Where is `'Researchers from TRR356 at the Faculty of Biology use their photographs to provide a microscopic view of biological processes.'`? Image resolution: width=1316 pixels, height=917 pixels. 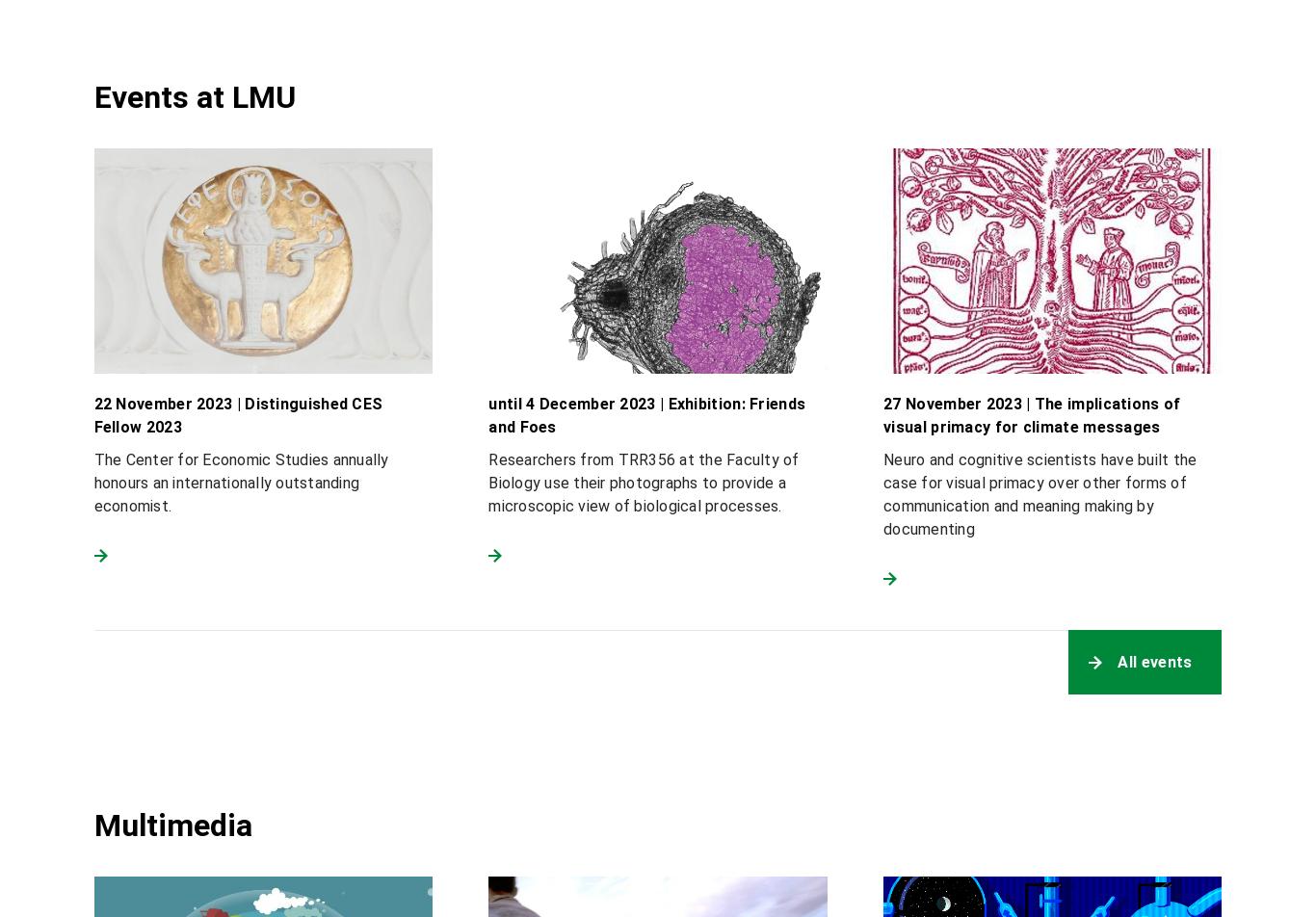 'Researchers from TRR356 at the Faculty of Biology use their photographs to provide a microscopic view of biological processes.' is located at coordinates (642, 483).